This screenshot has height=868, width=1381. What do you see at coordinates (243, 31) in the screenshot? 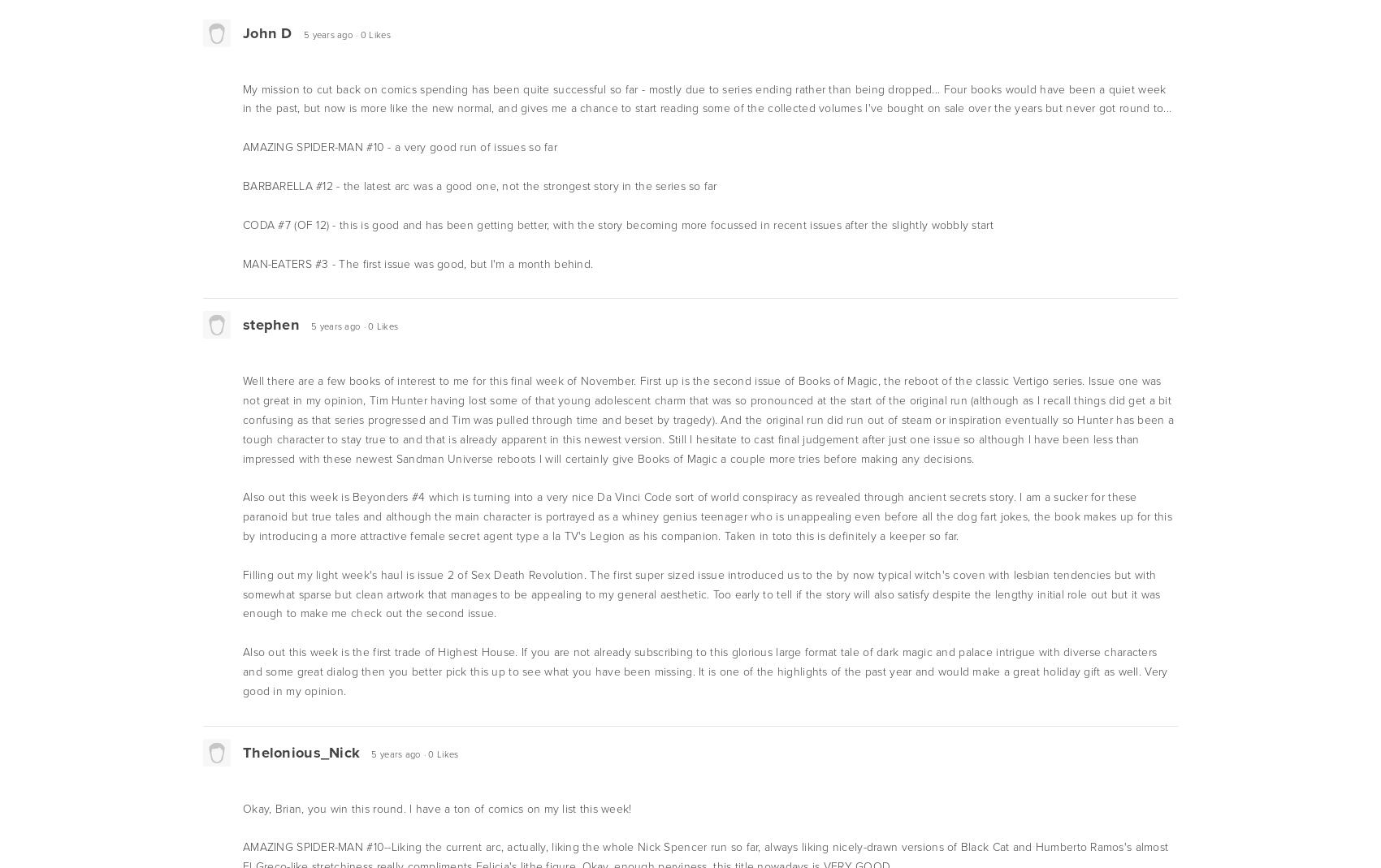
I see `'John D'` at bounding box center [243, 31].